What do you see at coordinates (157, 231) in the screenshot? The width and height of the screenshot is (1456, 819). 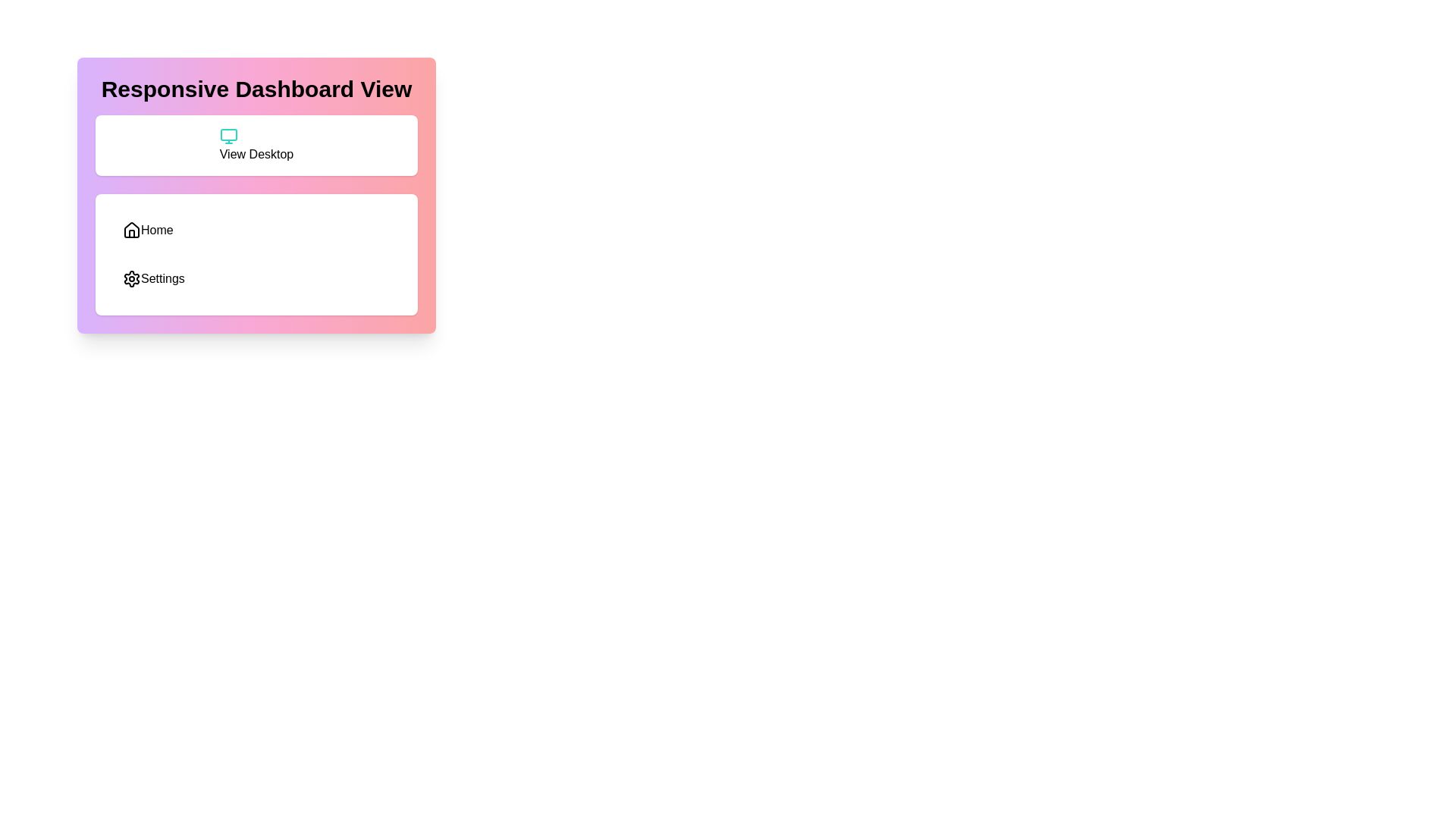 I see `the 'Home' text label in the menu section, which is styled in a clear font and is adjacent to a house icon` at bounding box center [157, 231].